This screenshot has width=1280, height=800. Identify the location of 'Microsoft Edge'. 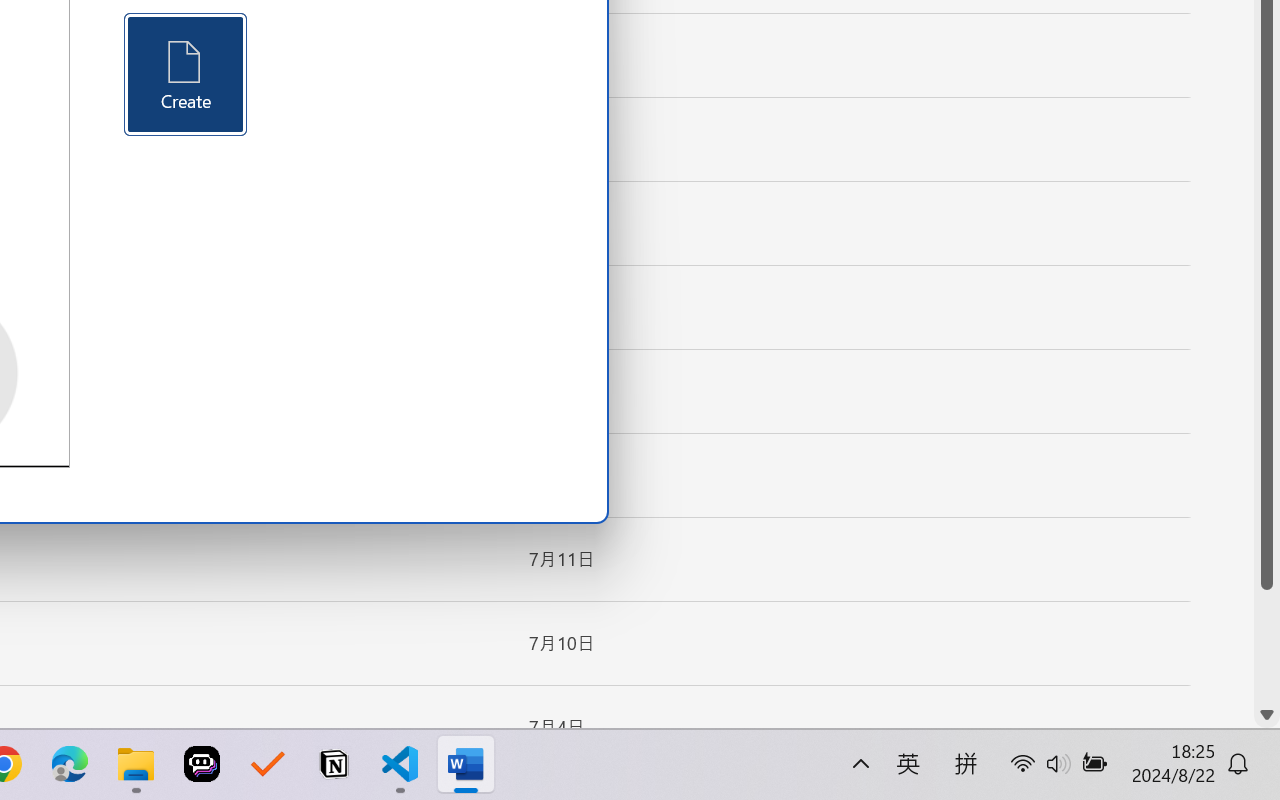
(69, 764).